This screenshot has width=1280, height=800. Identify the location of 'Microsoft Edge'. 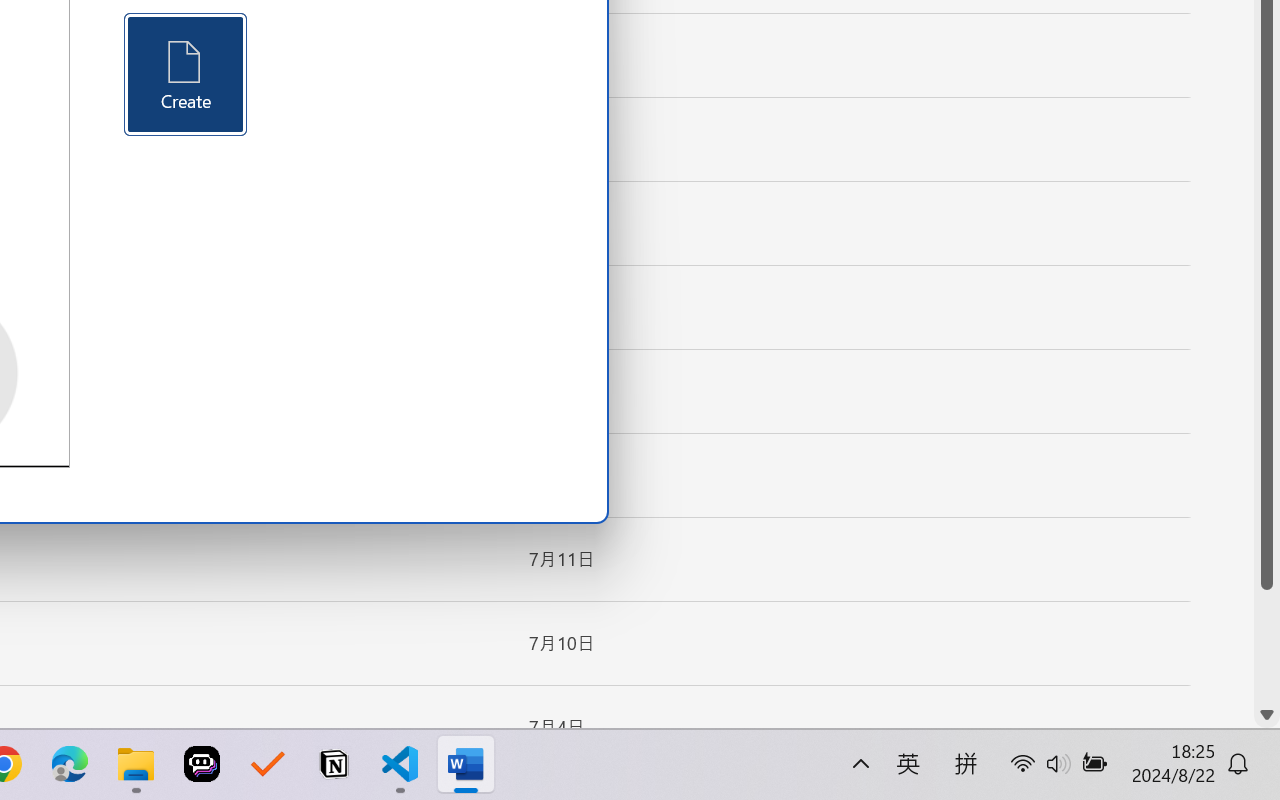
(69, 764).